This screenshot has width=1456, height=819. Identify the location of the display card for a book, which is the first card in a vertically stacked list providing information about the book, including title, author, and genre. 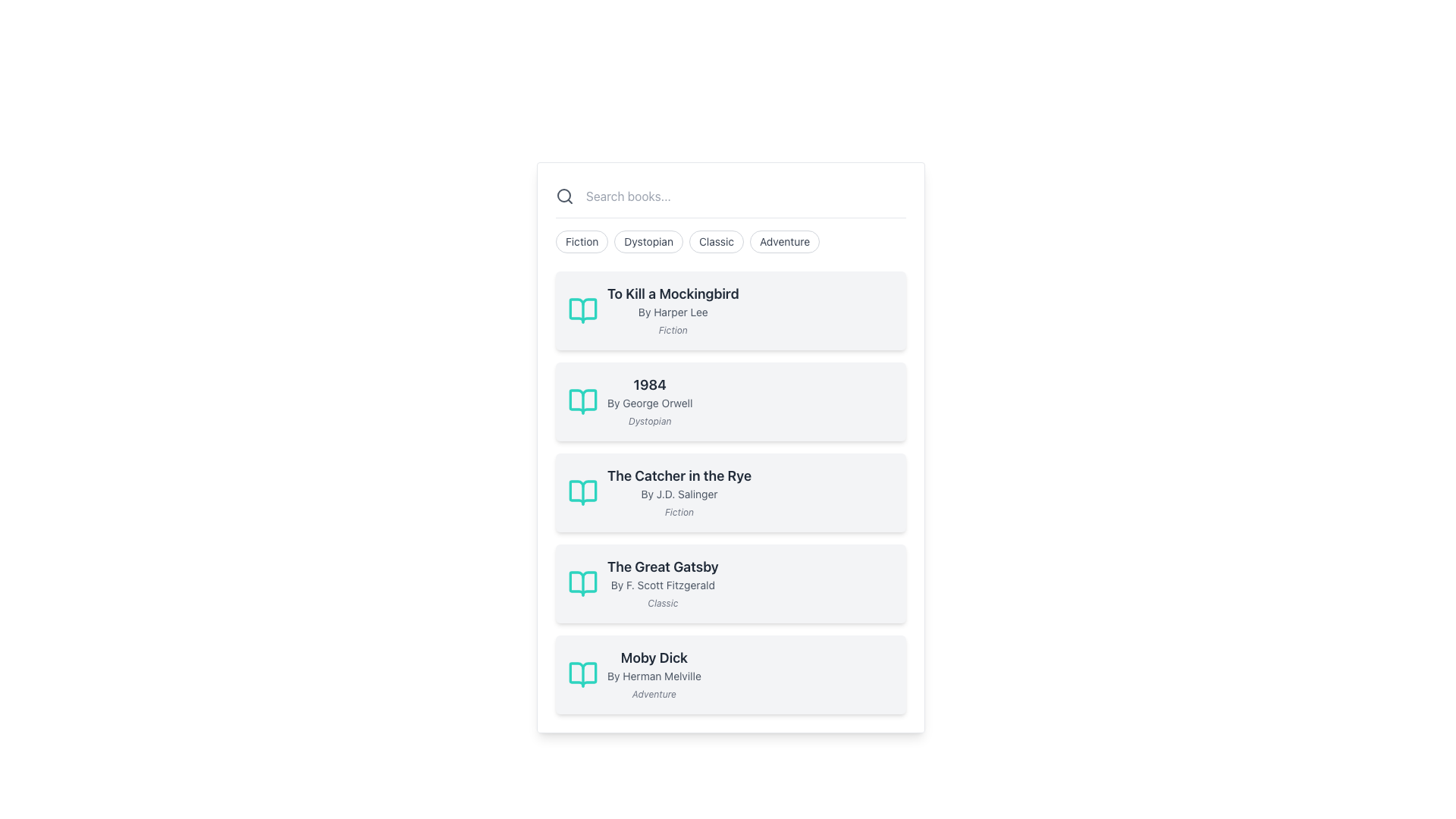
(731, 309).